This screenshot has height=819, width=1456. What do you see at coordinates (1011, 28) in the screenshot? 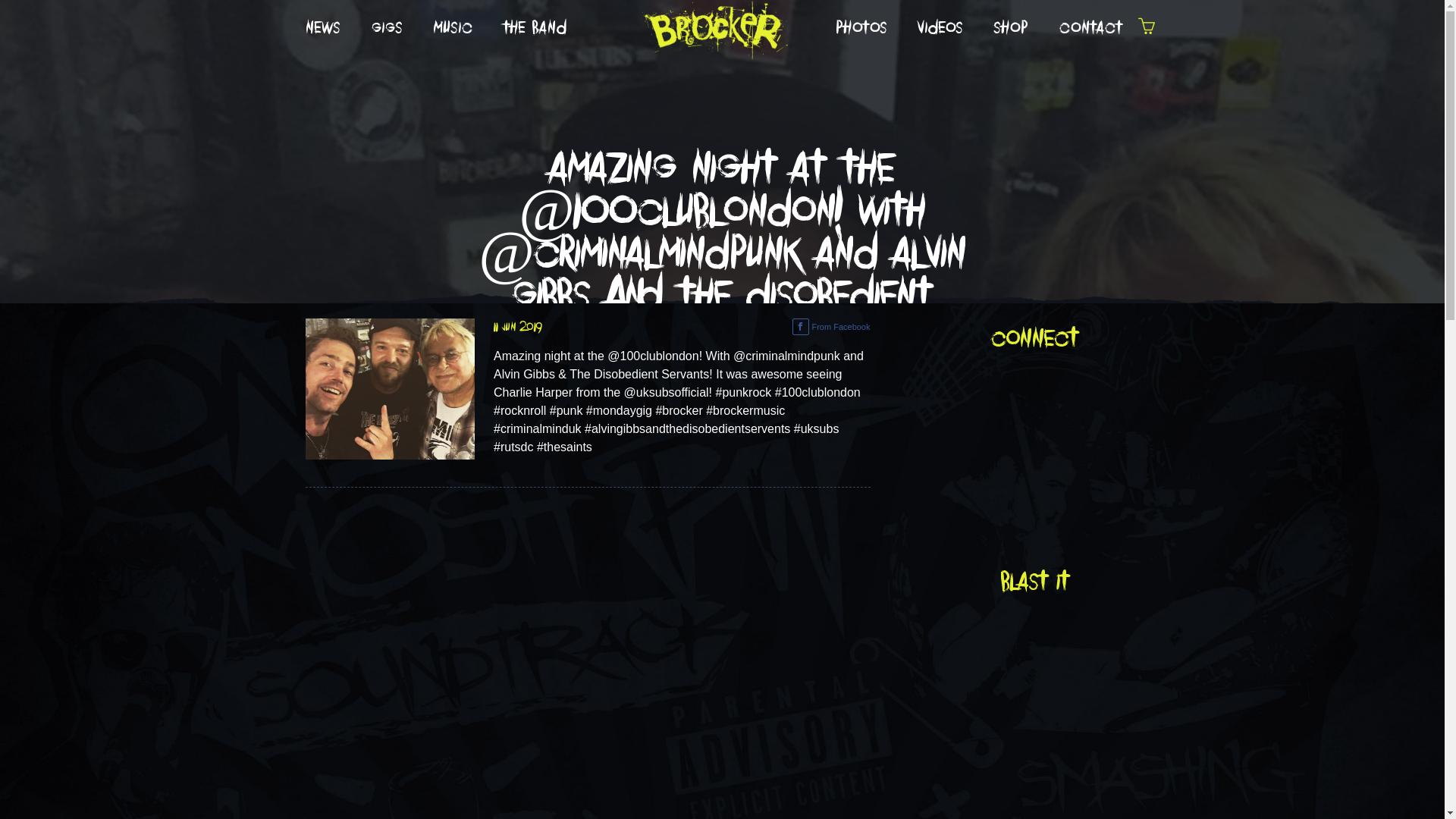
I see `'shop'` at bounding box center [1011, 28].